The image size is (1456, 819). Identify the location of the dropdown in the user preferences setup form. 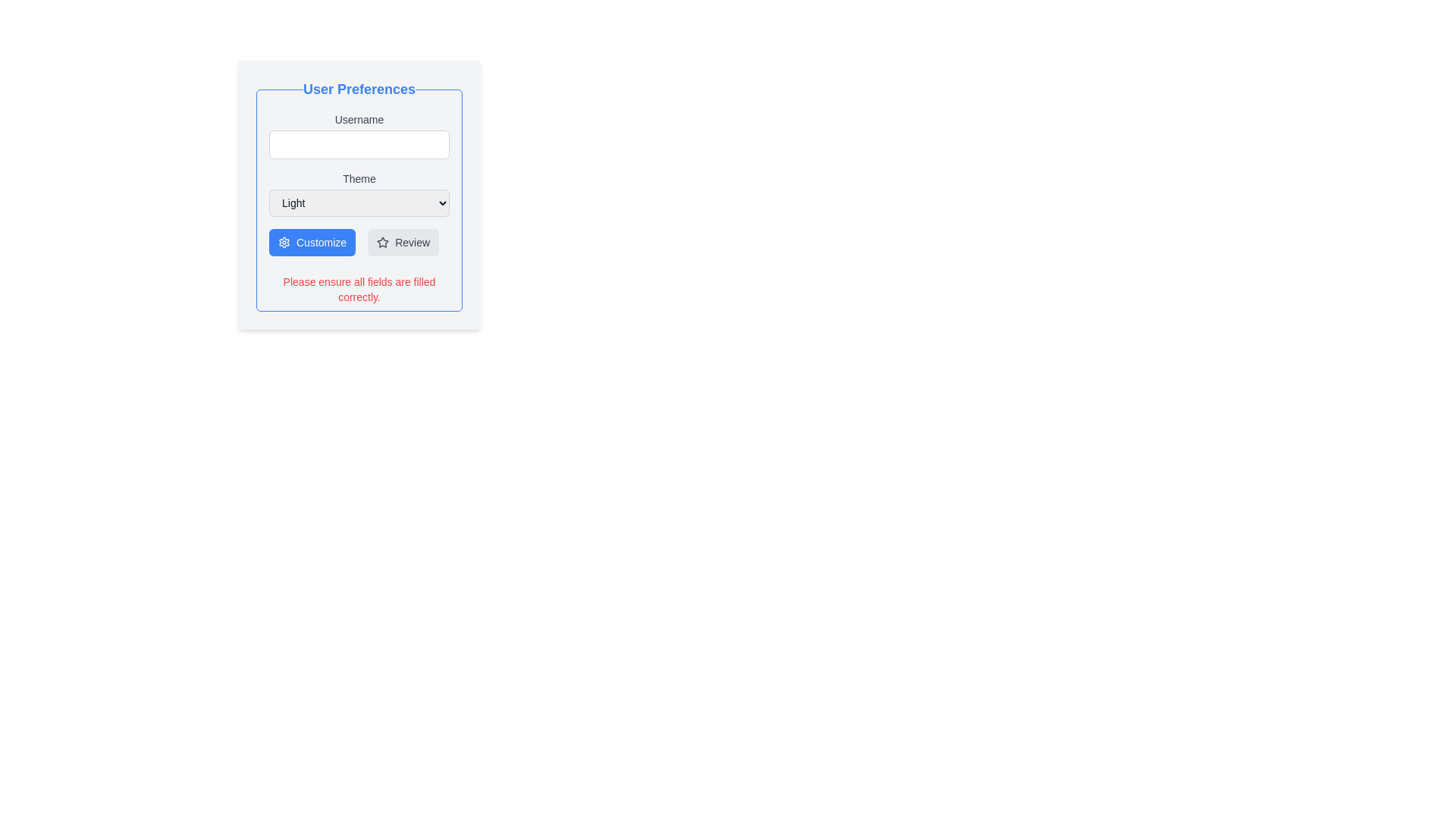
(359, 194).